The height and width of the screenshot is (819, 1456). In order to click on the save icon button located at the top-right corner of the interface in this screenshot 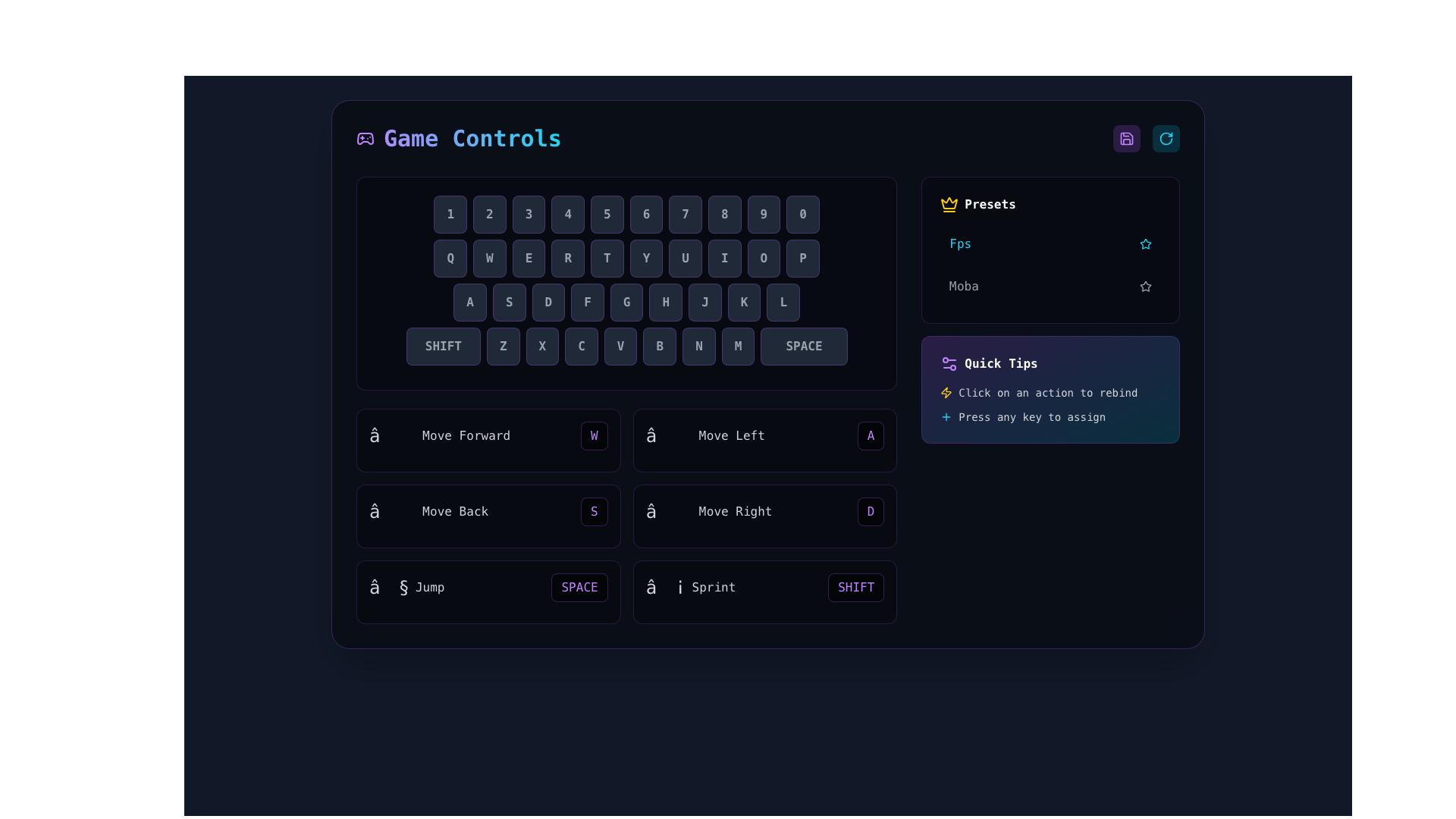, I will do `click(1127, 138)`.